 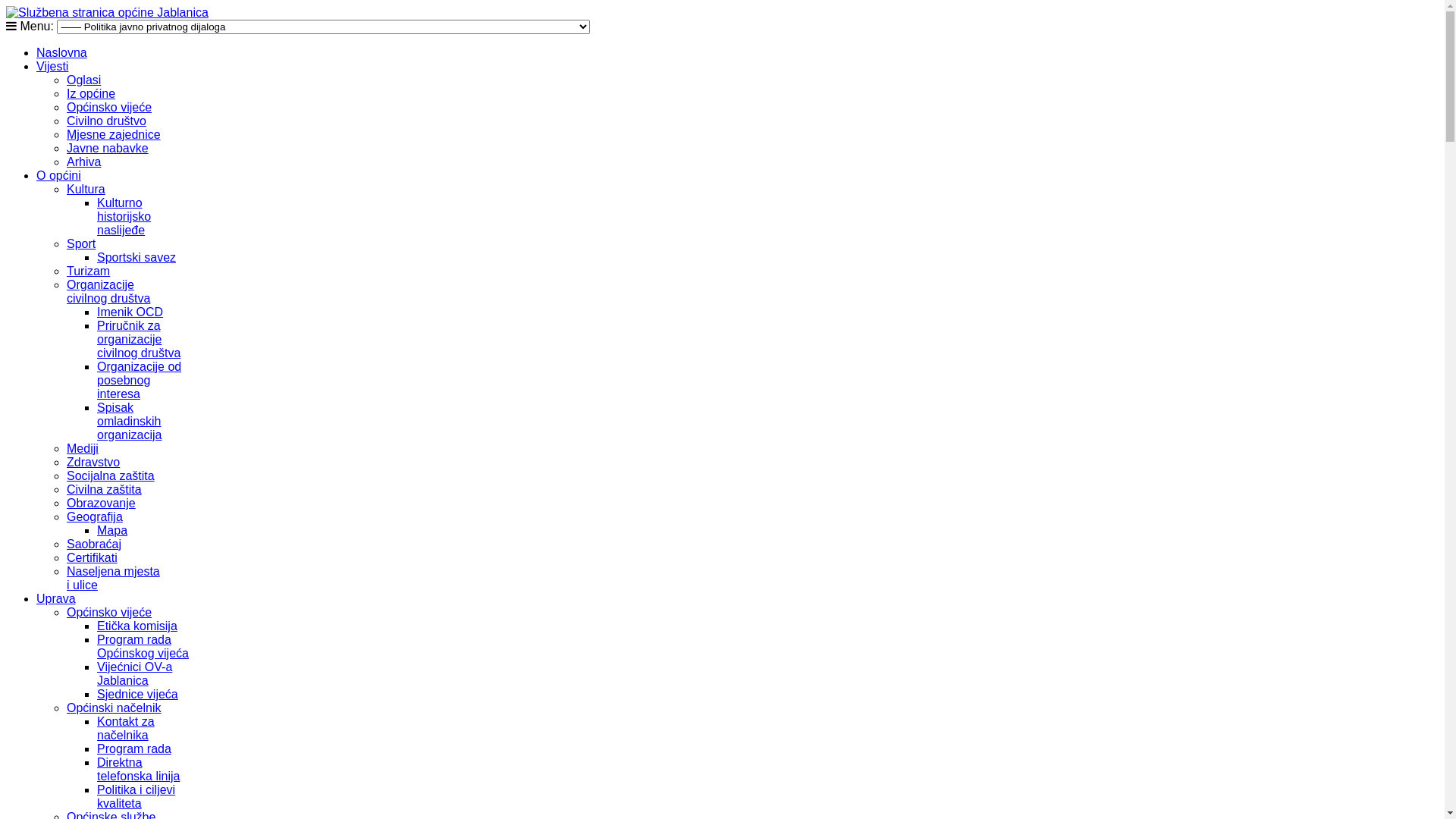 What do you see at coordinates (107, 148) in the screenshot?
I see `'Javne nabavke'` at bounding box center [107, 148].